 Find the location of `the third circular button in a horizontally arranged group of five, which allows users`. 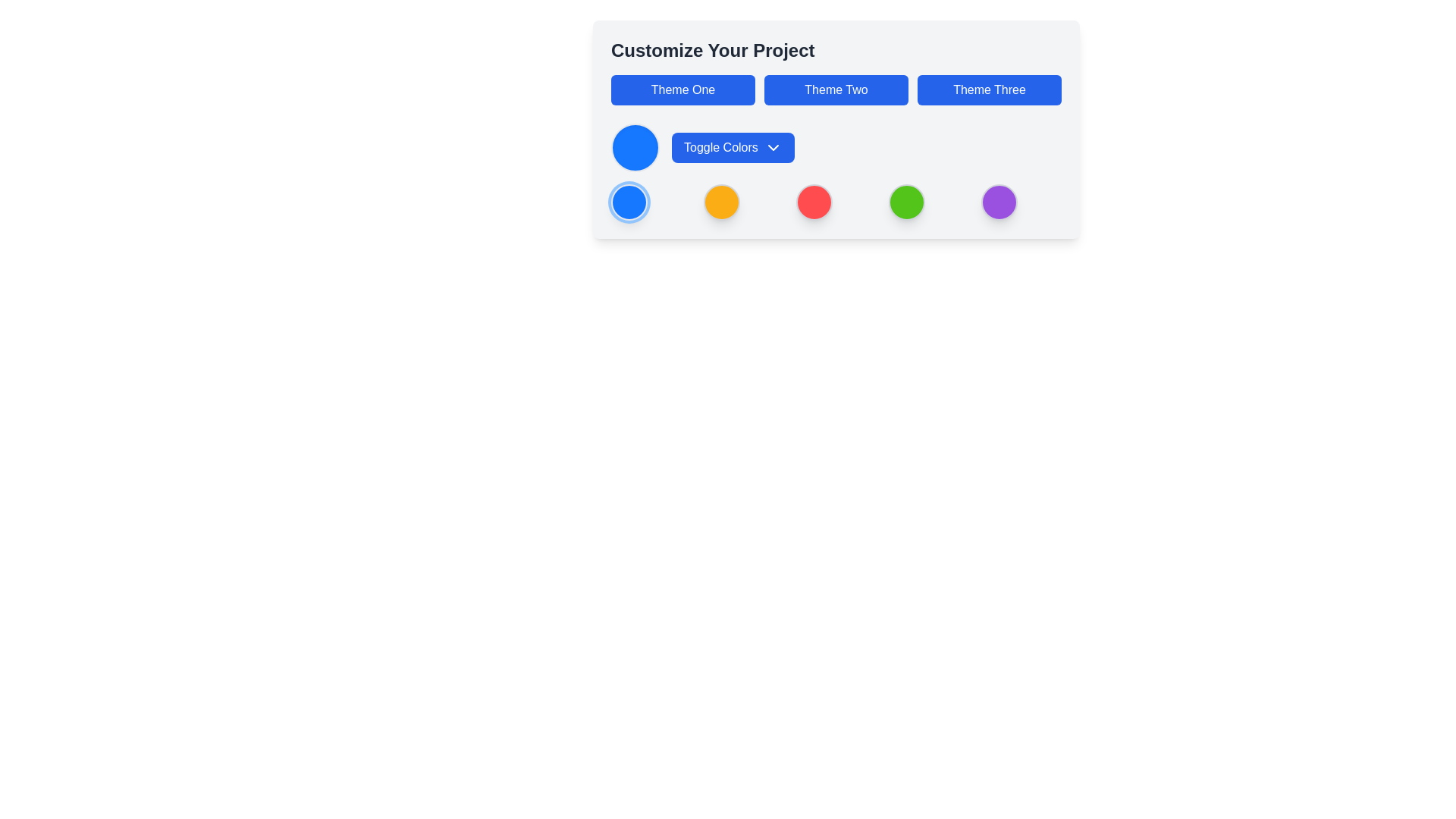

the third circular button in a horizontally arranged group of five, which allows users is located at coordinates (814, 201).